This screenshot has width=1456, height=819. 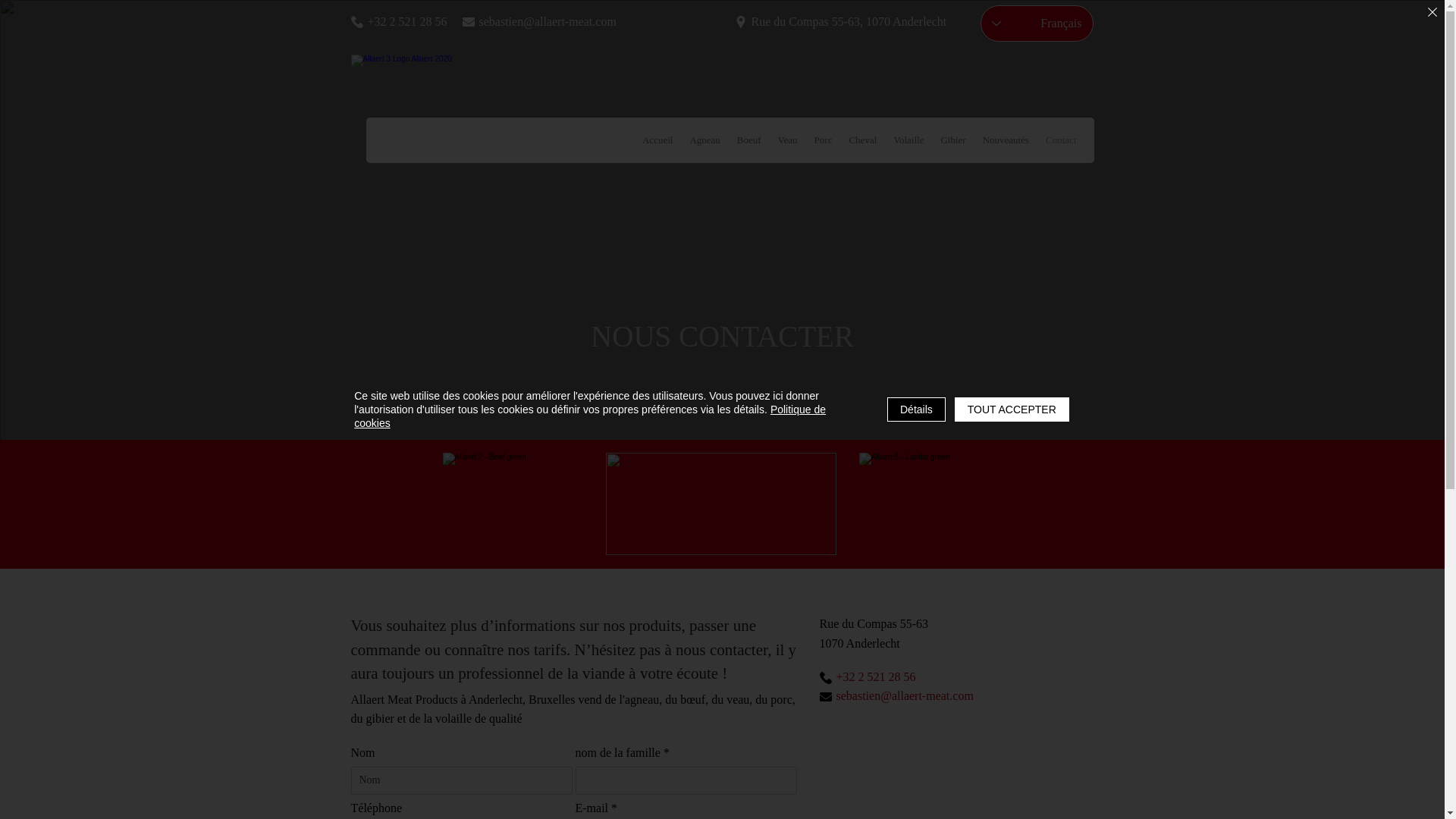 I want to click on 'Boeuf', so click(x=749, y=140).